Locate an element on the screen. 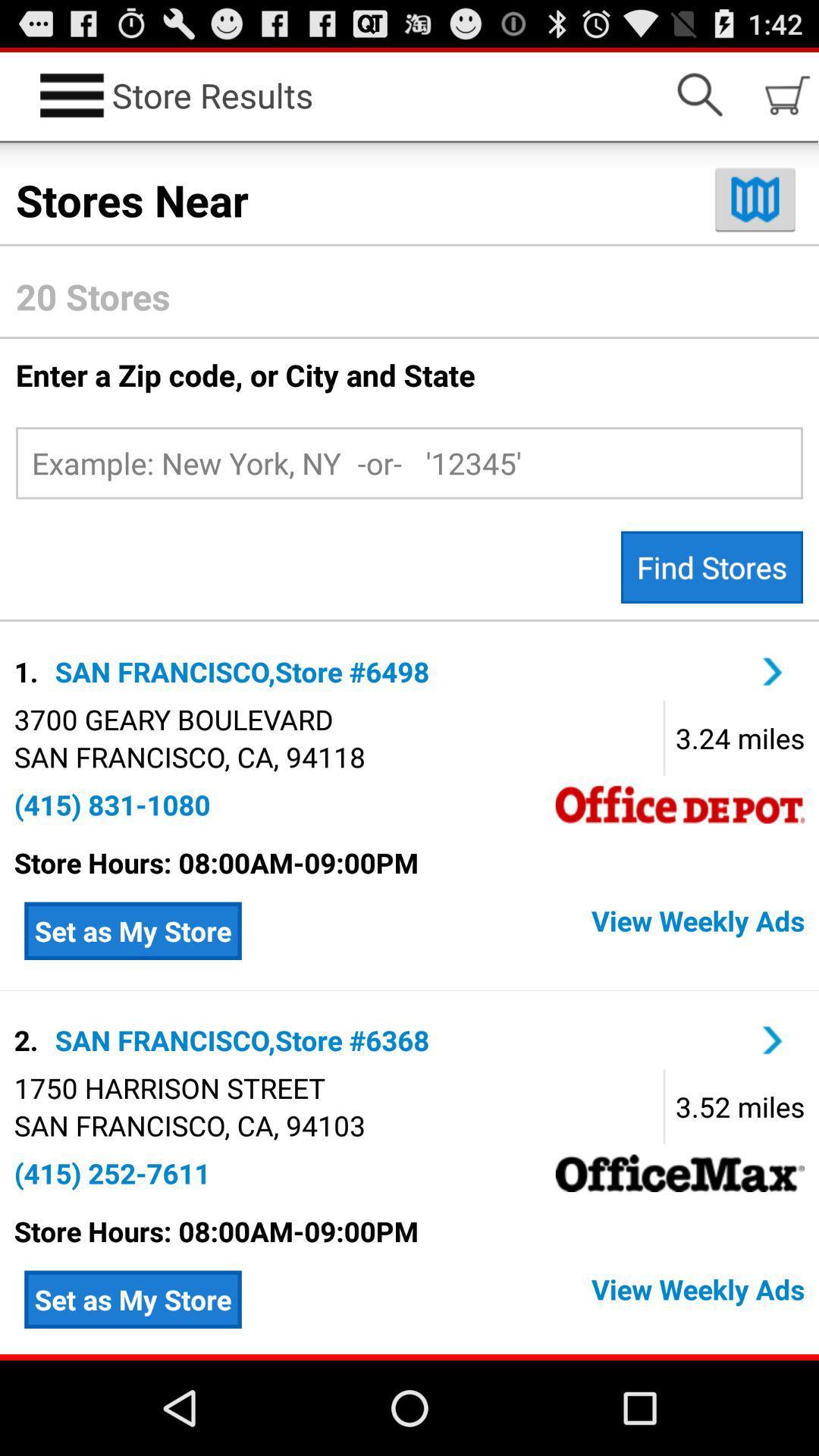  find stores app is located at coordinates (711, 566).